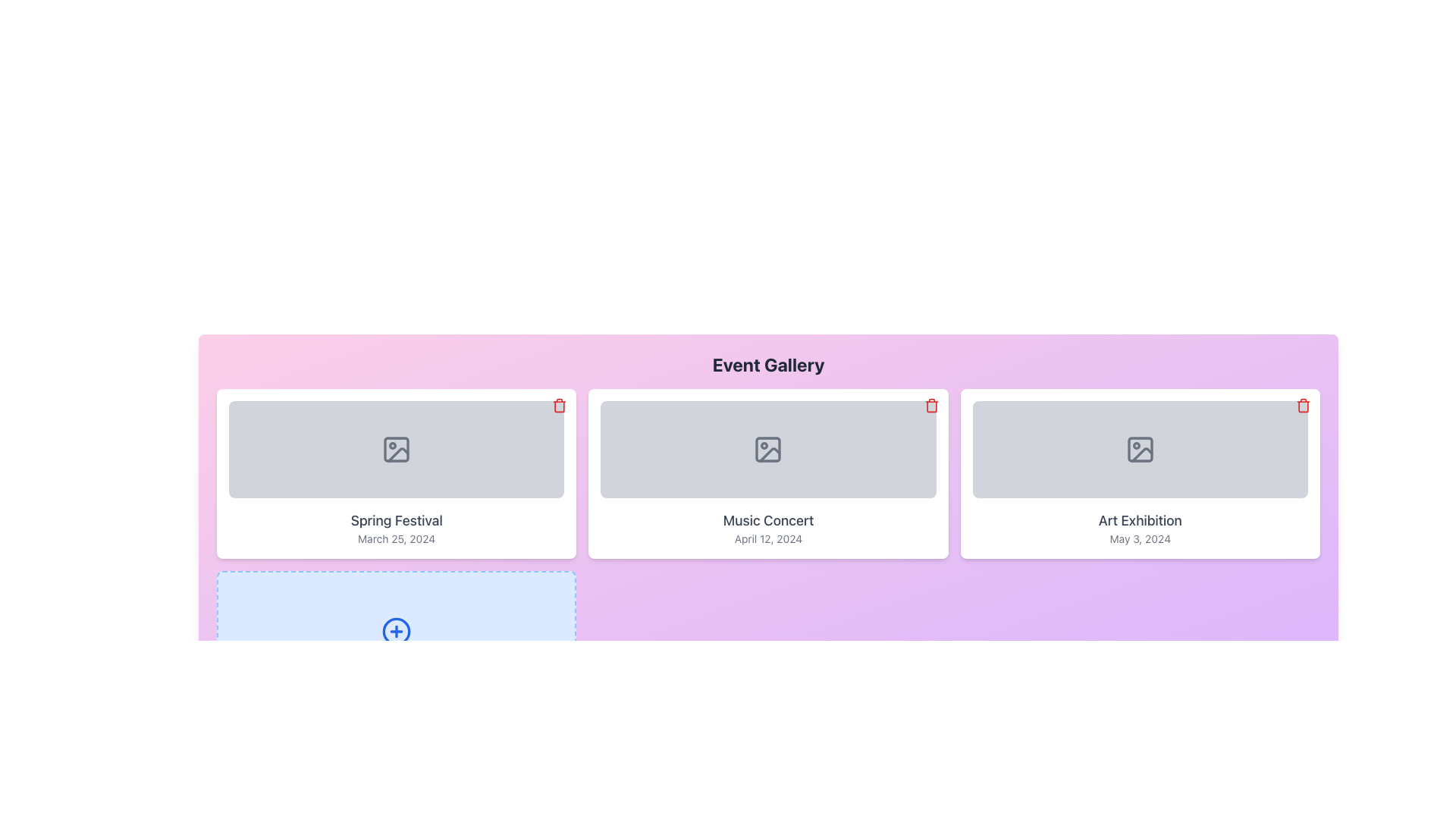 Image resolution: width=1456 pixels, height=819 pixels. What do you see at coordinates (397, 538) in the screenshot?
I see `the Text Label displaying the date associated with the 'Spring Festival' event, located at the bottom of the card component under its title` at bounding box center [397, 538].